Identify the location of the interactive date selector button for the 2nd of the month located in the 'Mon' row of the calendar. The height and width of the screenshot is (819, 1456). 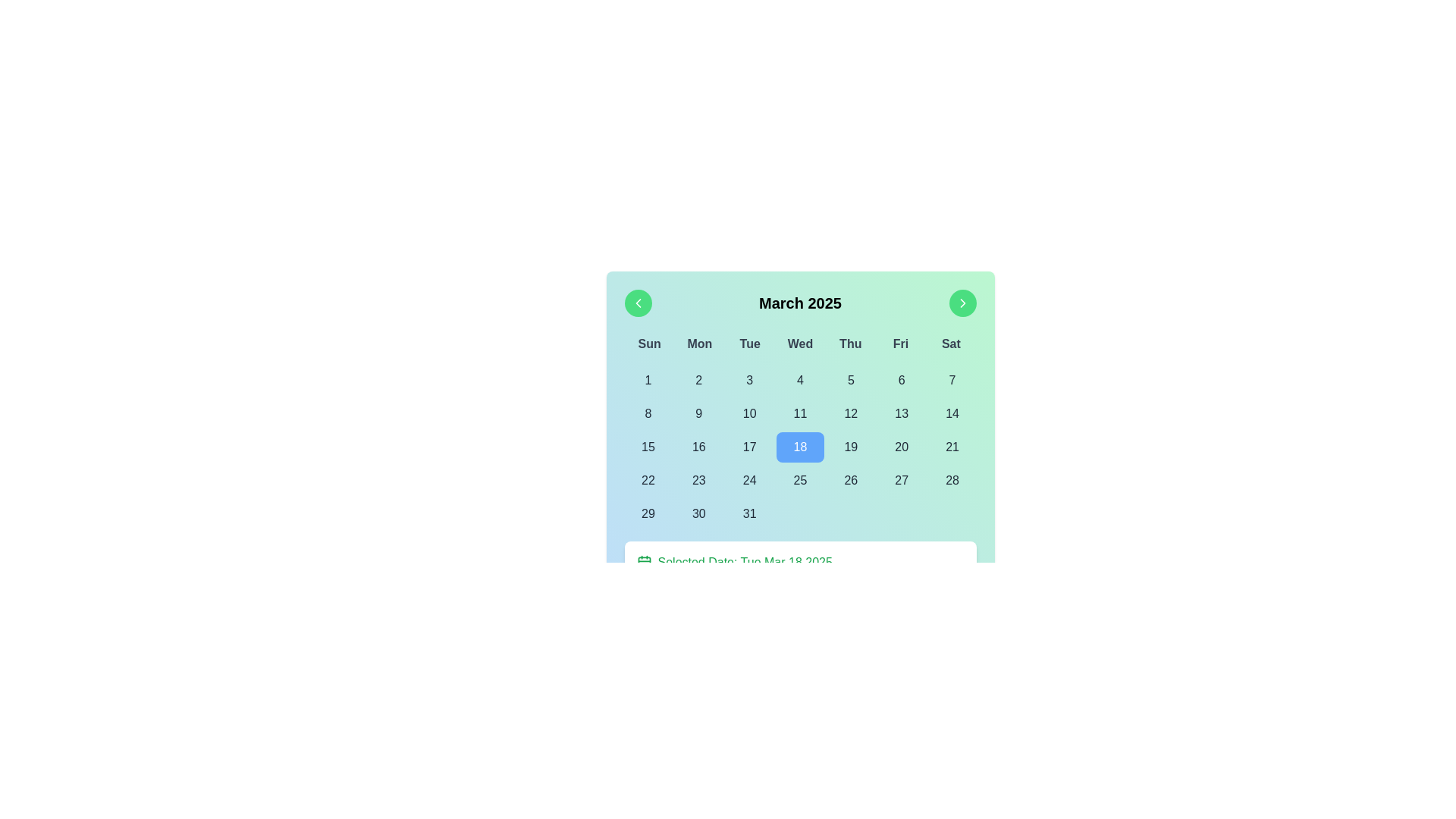
(698, 379).